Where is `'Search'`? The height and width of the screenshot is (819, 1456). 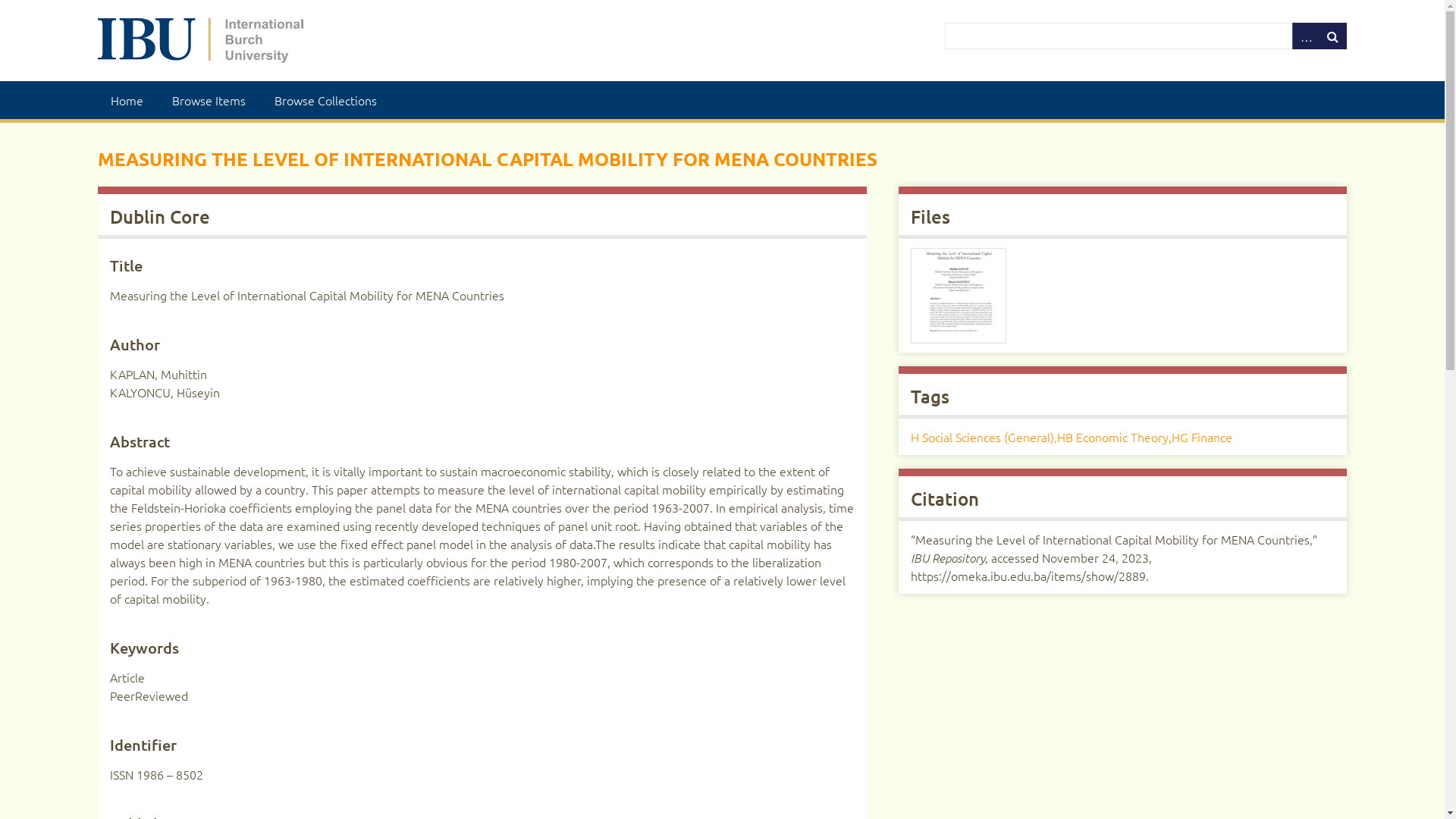
'Search' is located at coordinates (944, 35).